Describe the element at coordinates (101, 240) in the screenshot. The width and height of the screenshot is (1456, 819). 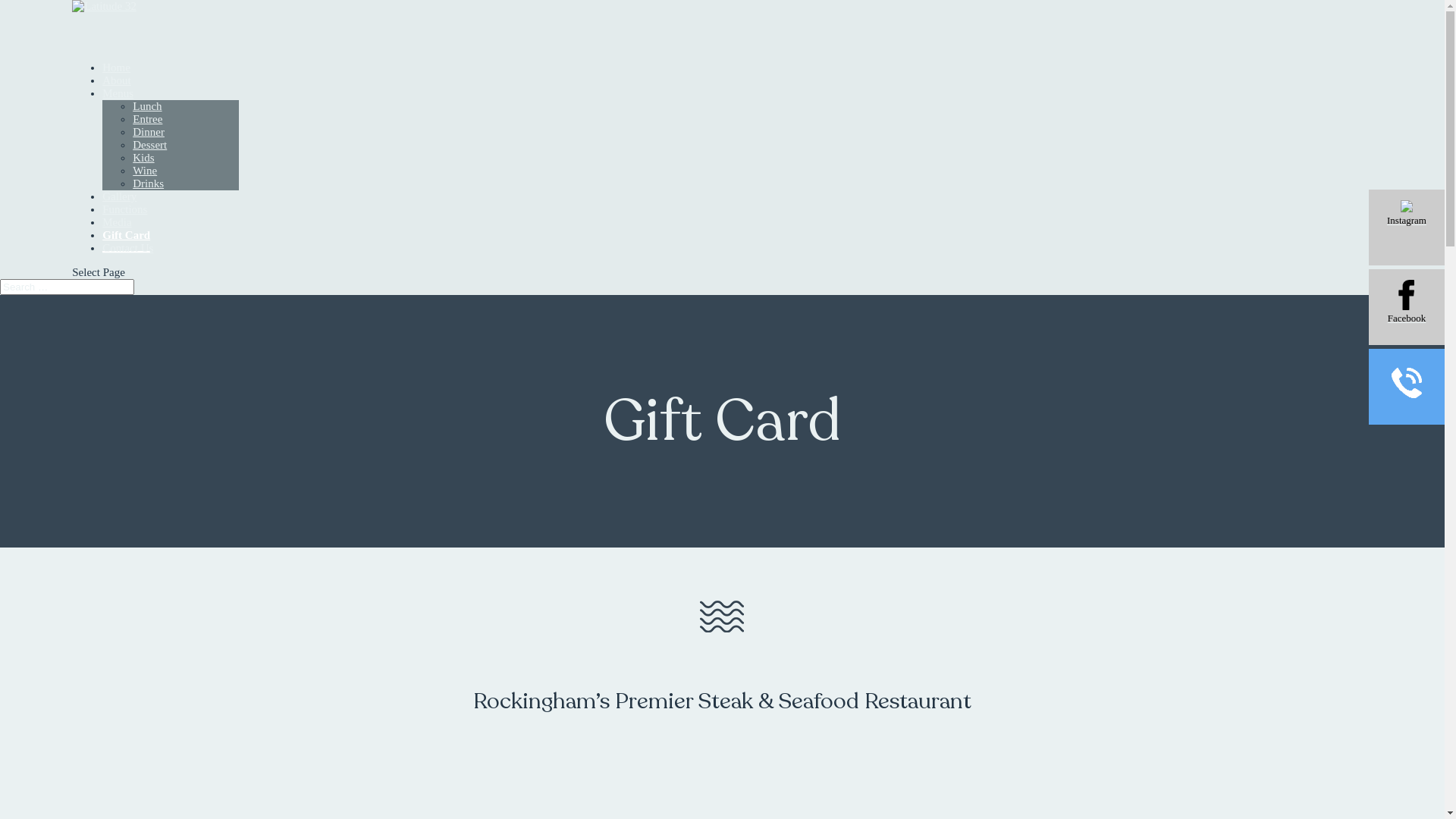
I see `'Media'` at that location.